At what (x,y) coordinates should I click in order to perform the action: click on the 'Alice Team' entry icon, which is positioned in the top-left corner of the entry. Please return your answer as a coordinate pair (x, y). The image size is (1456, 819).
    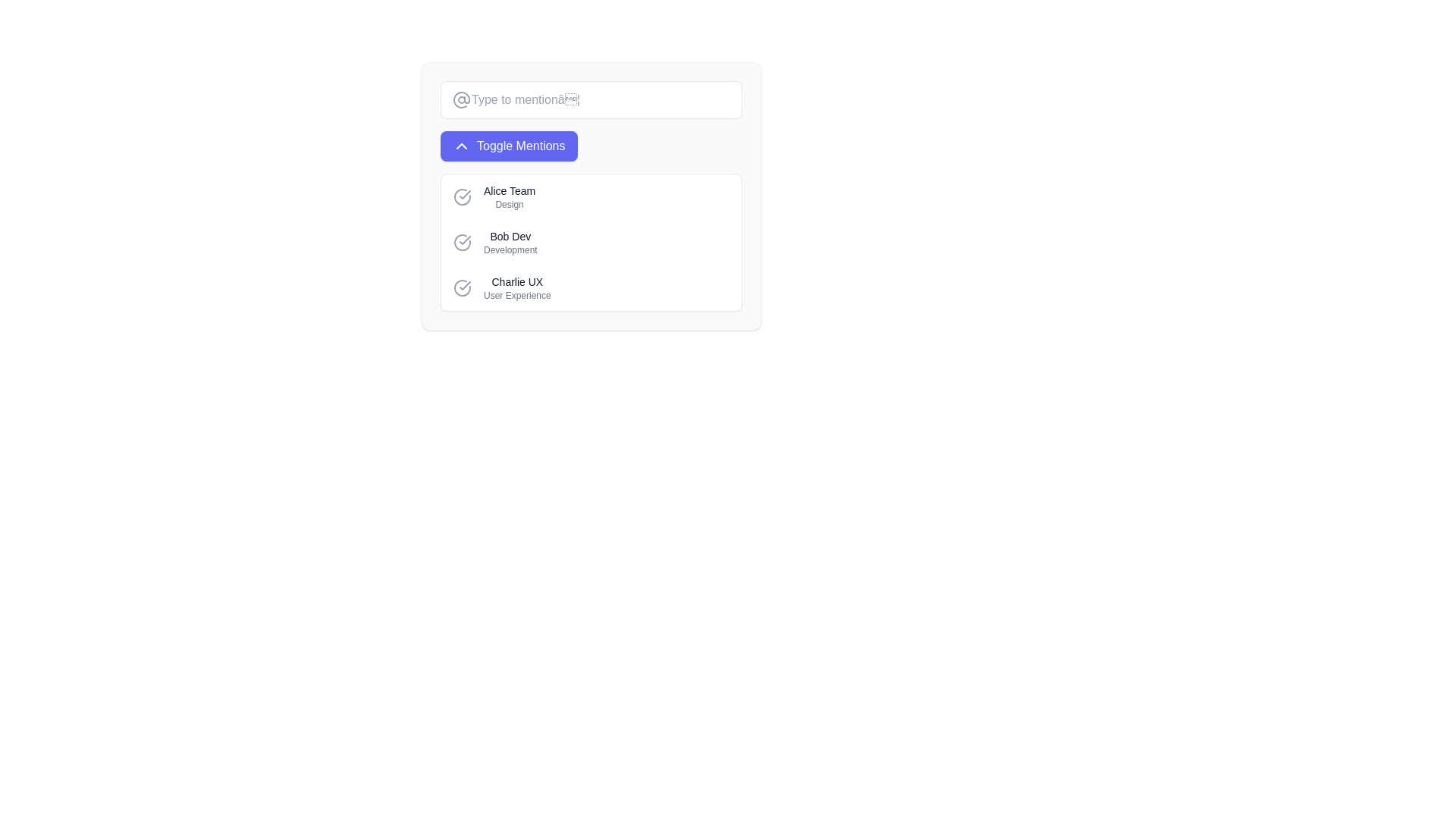
    Looking at the image, I should click on (461, 196).